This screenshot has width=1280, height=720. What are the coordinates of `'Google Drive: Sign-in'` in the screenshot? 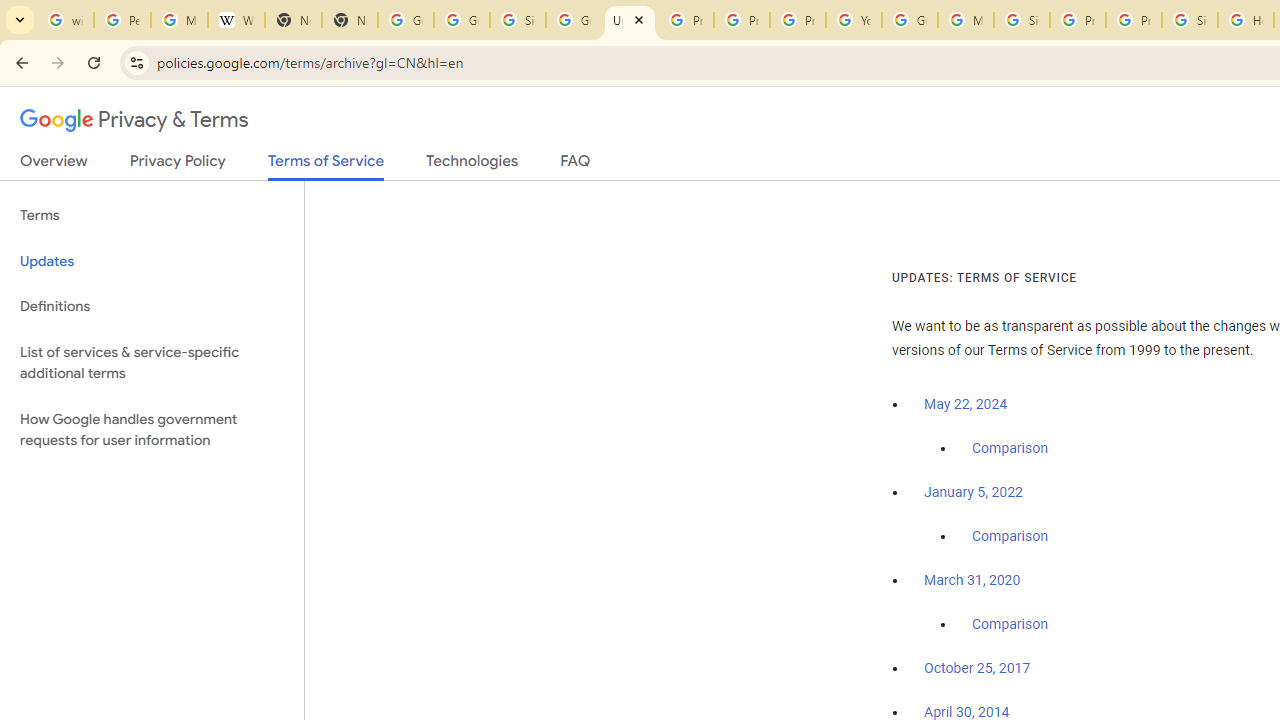 It's located at (461, 20).